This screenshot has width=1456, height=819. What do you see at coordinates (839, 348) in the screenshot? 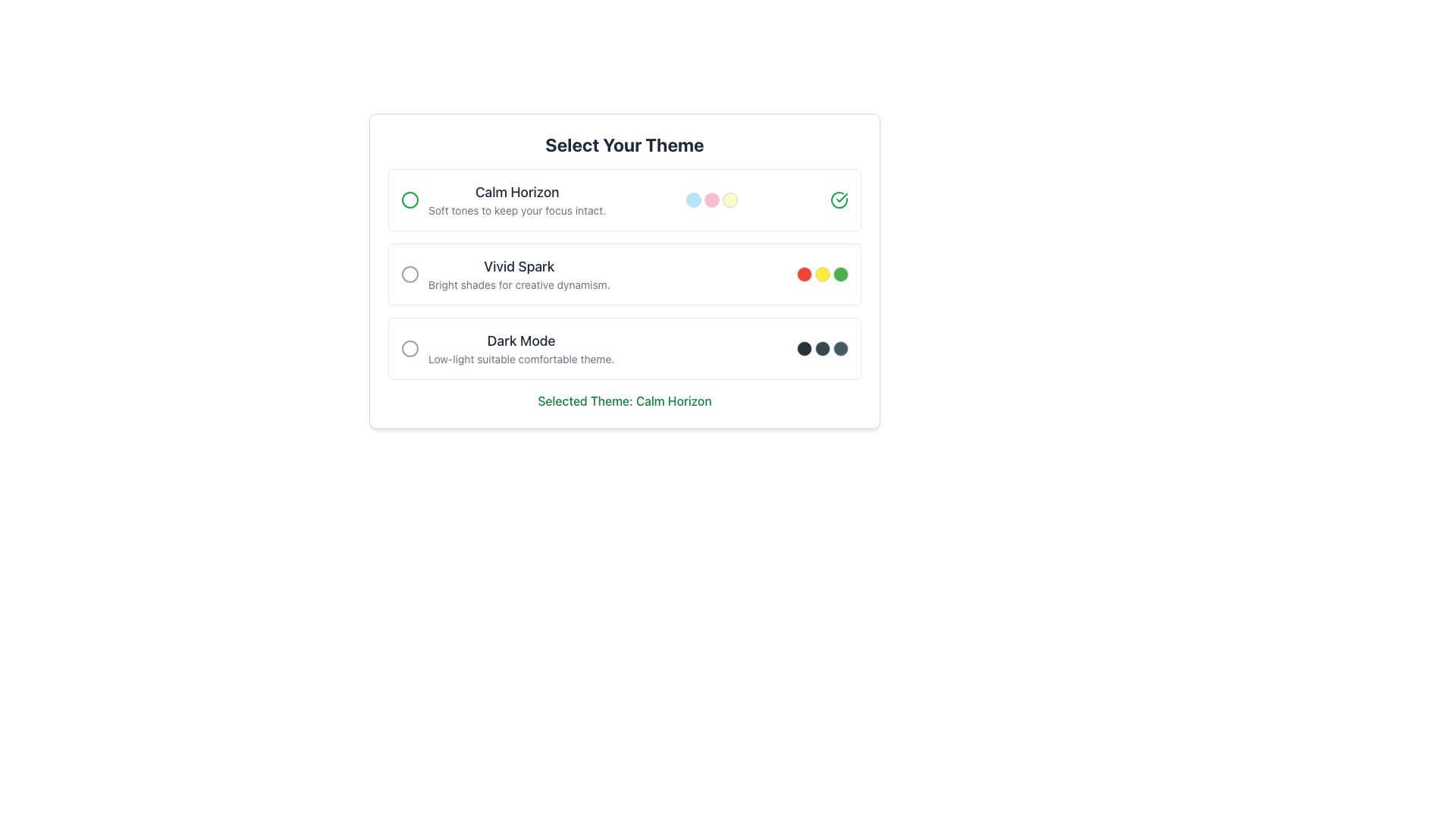
I see `the third selectable indicator circle with a dark bluish-grey fill, positioned next to the 'Dark Mode' text in the 'Select Your Theme' interface` at bounding box center [839, 348].